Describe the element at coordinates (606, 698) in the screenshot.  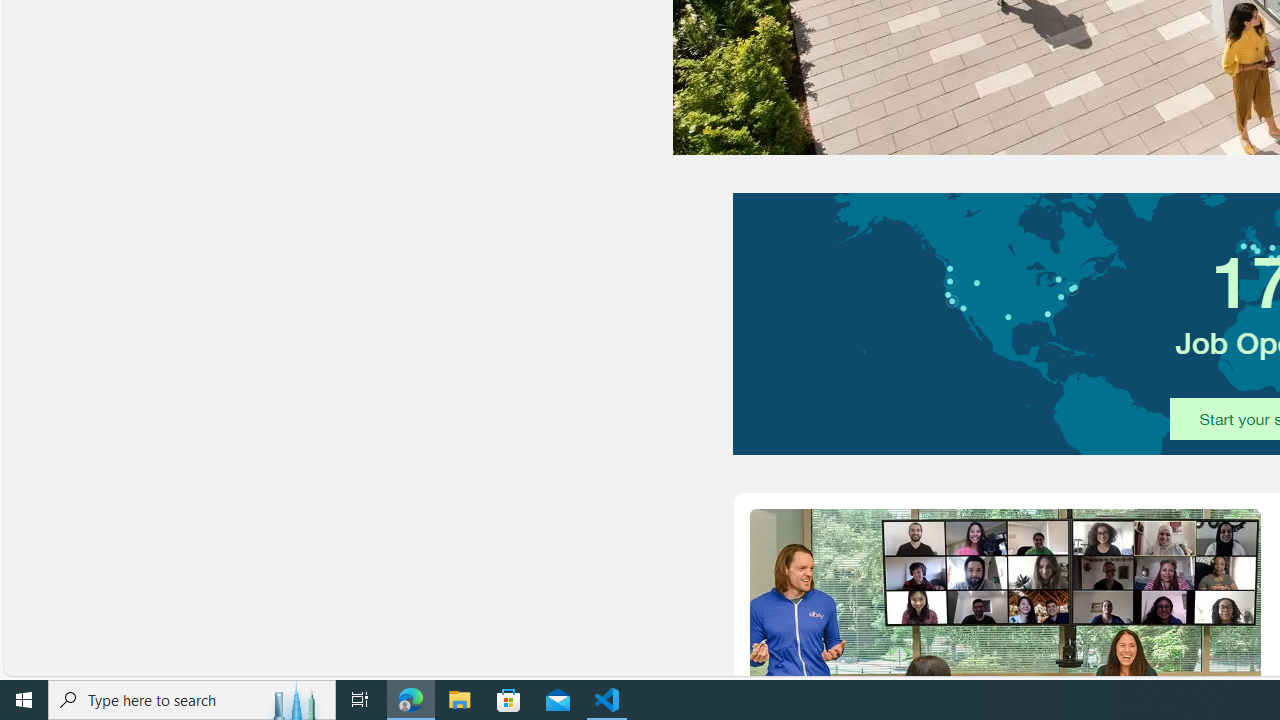
I see `'Visual Studio Code - 1 running window'` at that location.